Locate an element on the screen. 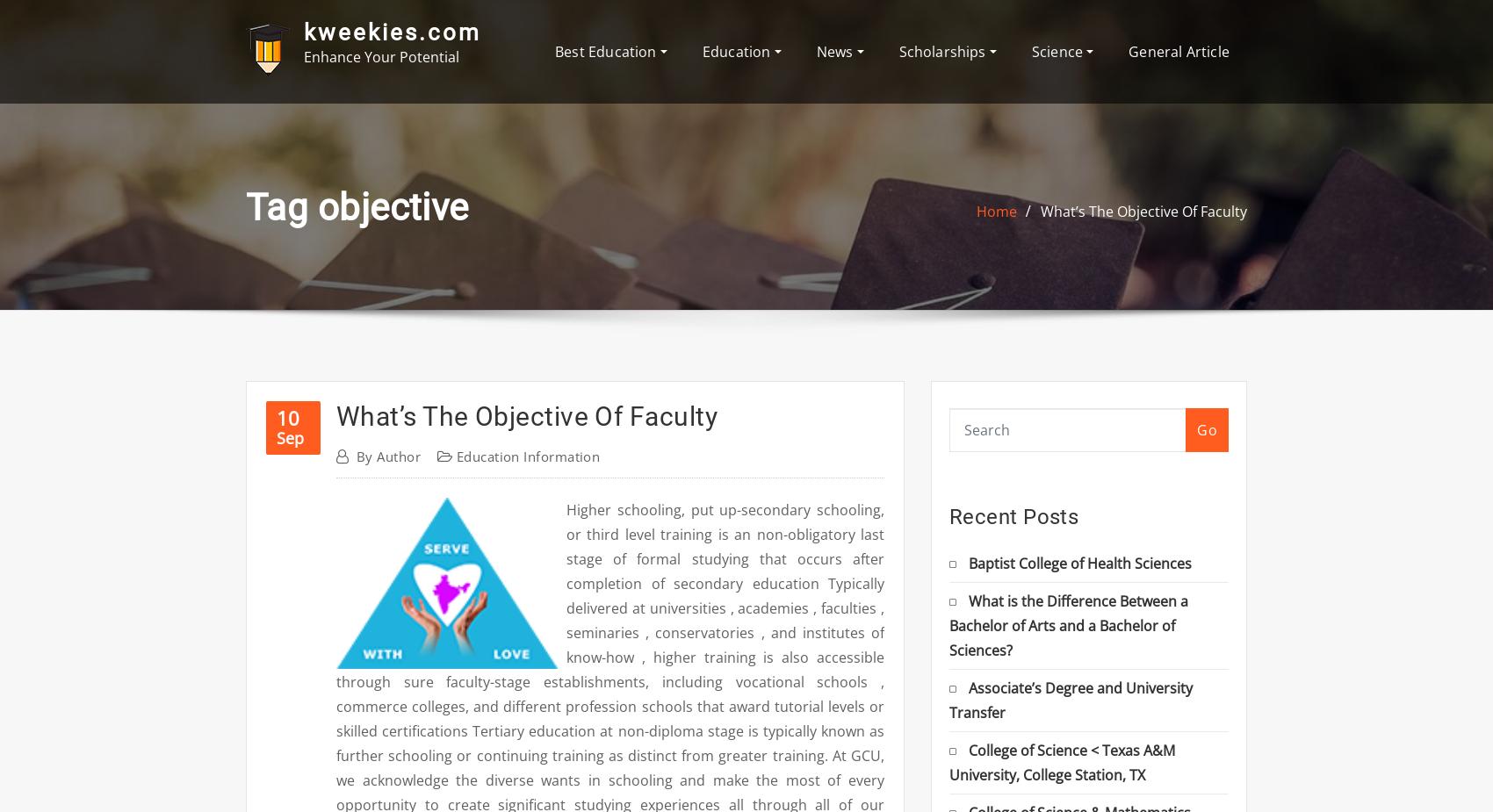  'Author' is located at coordinates (377, 456).